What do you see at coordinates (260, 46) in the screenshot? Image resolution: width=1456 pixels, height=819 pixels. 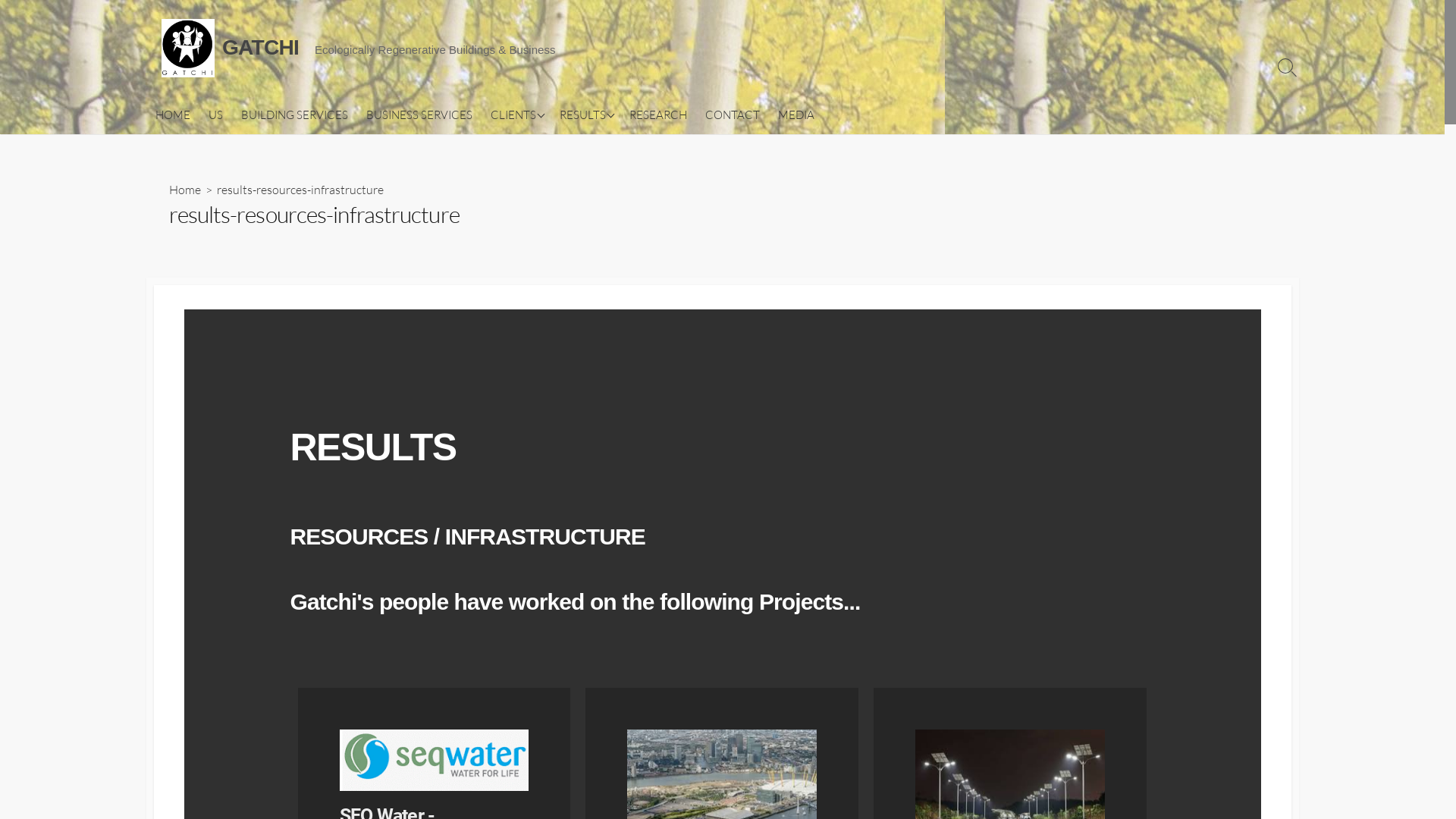 I see `'GATCHI'` at bounding box center [260, 46].